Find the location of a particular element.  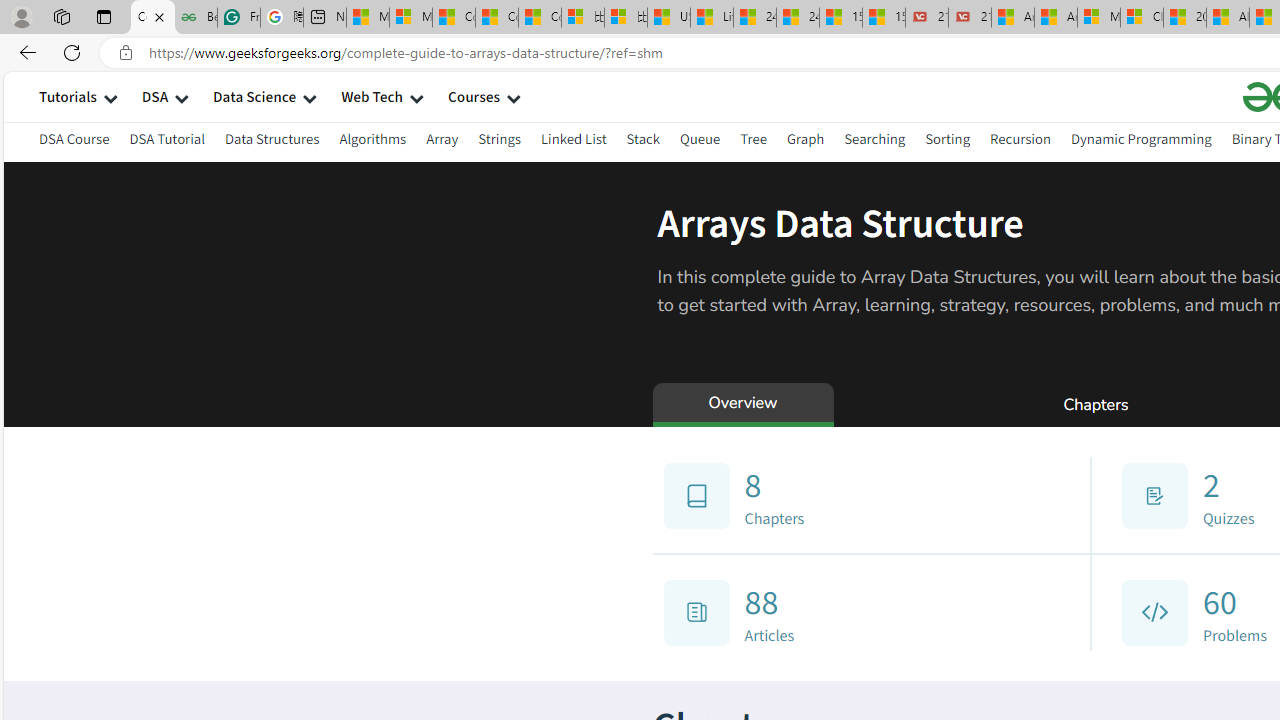

'Tree' is located at coordinates (752, 141).